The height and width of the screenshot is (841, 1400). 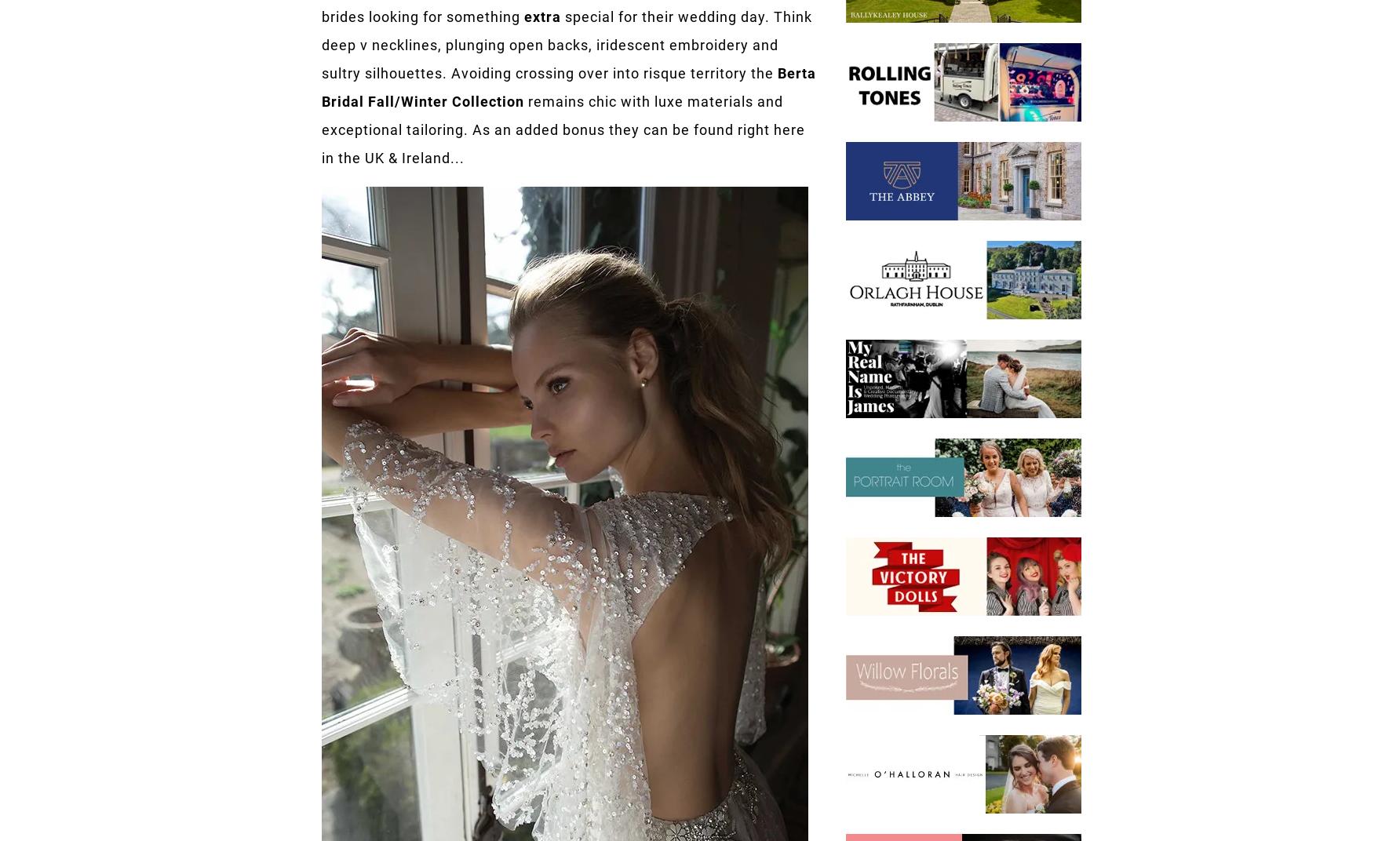 What do you see at coordinates (398, 726) in the screenshot?
I see `'Submit a Wedding'` at bounding box center [398, 726].